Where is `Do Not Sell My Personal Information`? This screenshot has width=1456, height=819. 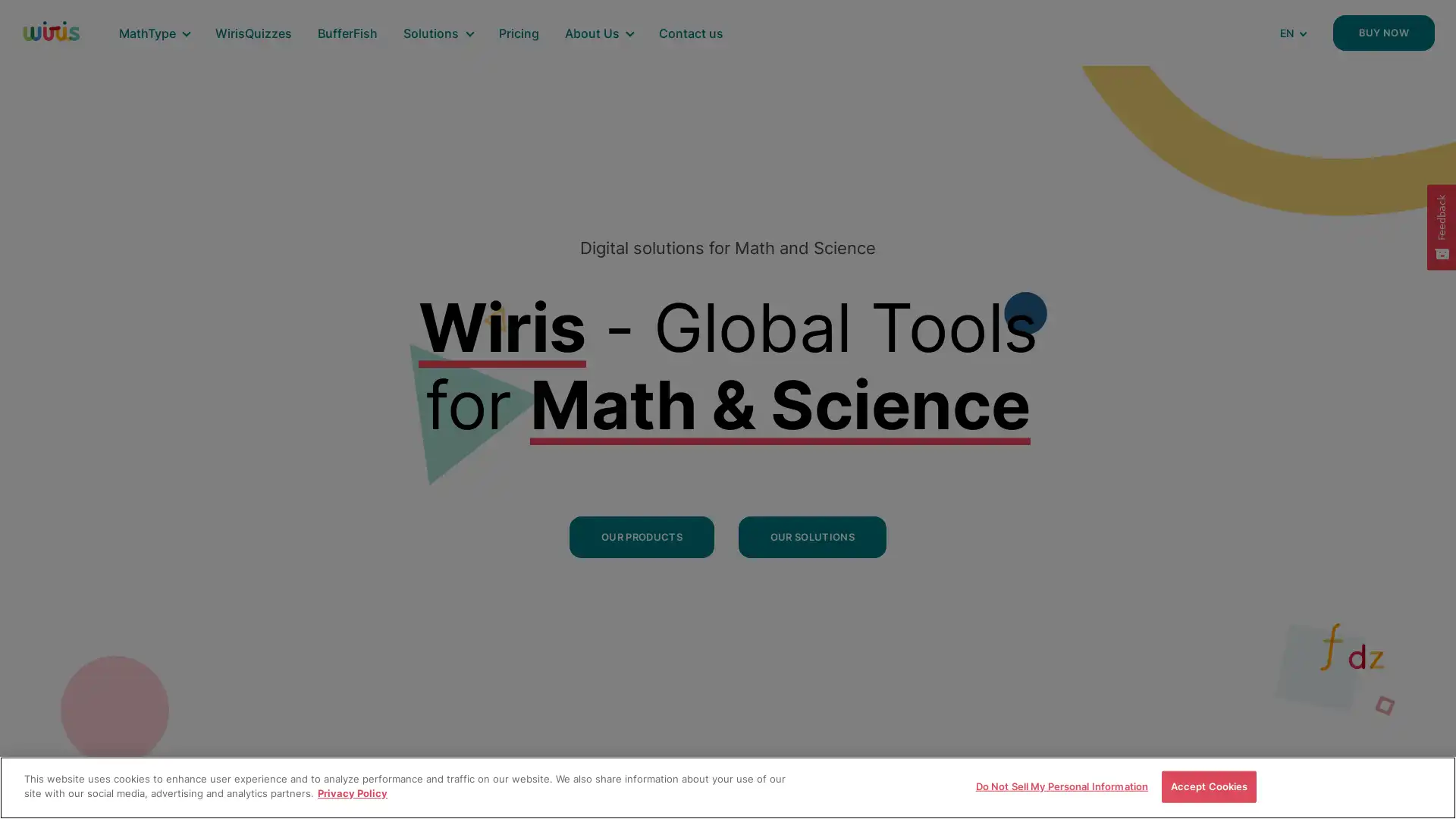 Do Not Sell My Personal Information is located at coordinates (1061, 786).